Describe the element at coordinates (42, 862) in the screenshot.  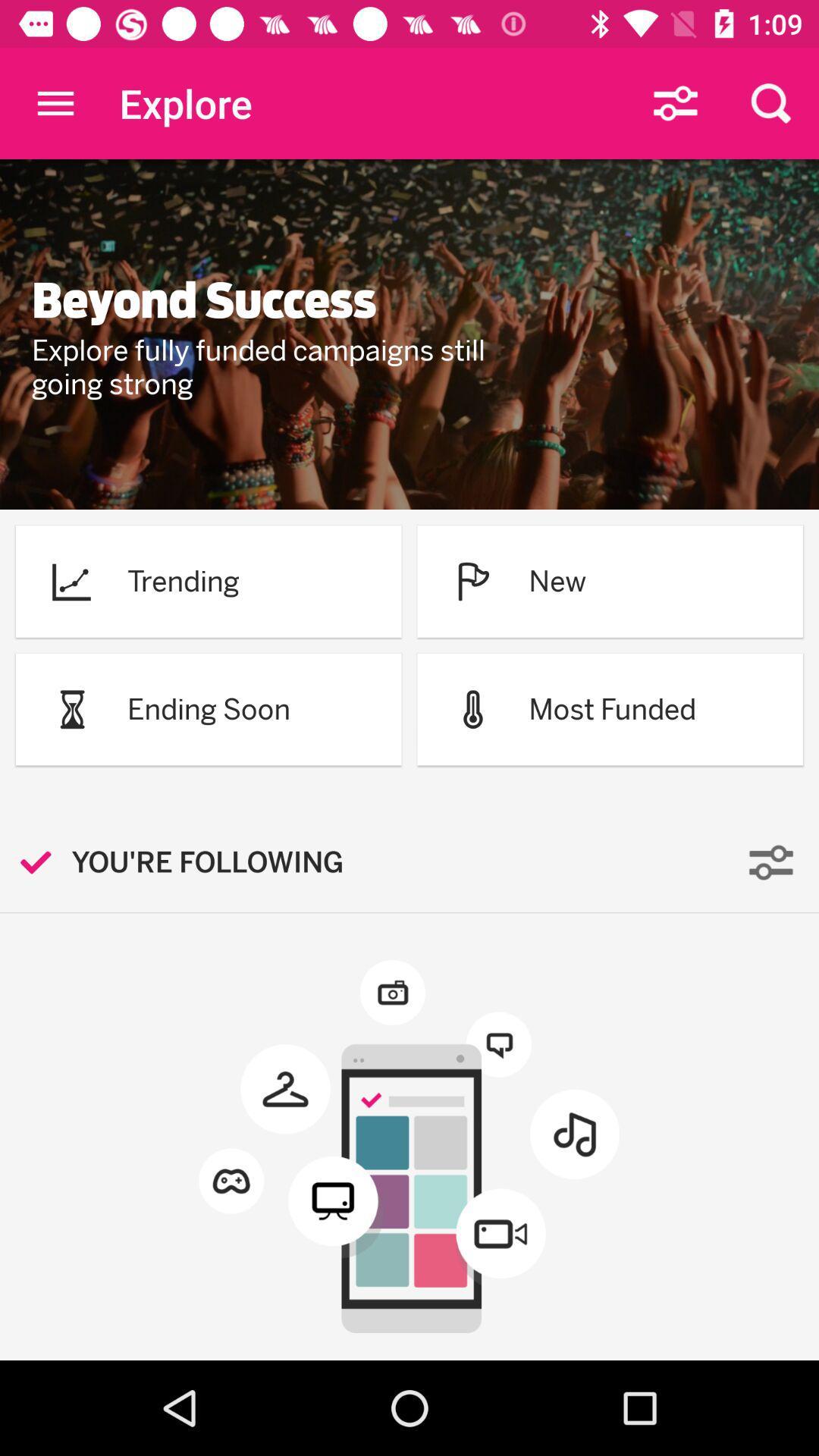
I see `icon next to you're following` at that location.